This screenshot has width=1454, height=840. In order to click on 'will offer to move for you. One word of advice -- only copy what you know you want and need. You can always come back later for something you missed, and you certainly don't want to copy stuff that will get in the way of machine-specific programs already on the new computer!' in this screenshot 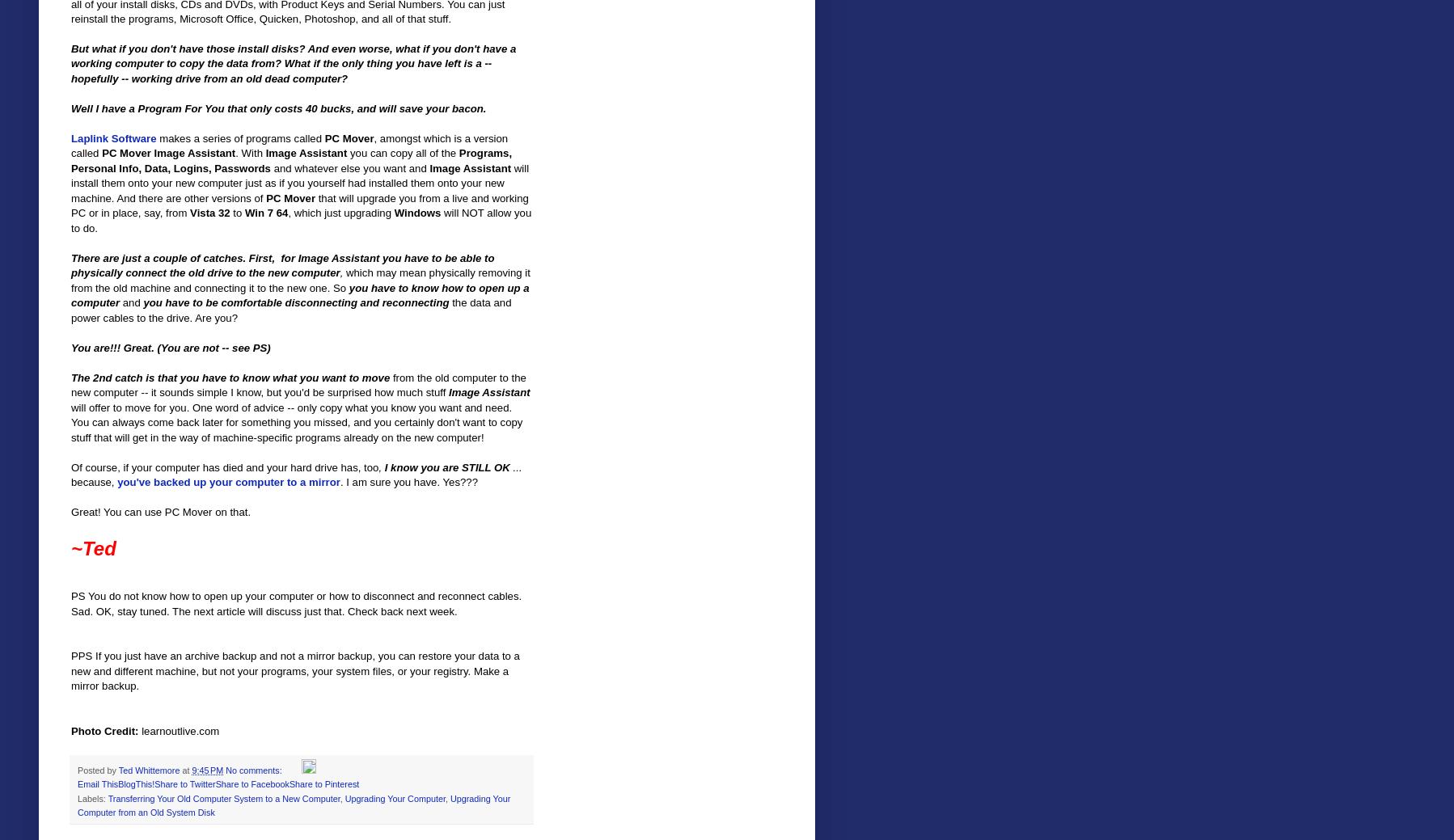, I will do `click(295, 421)`.